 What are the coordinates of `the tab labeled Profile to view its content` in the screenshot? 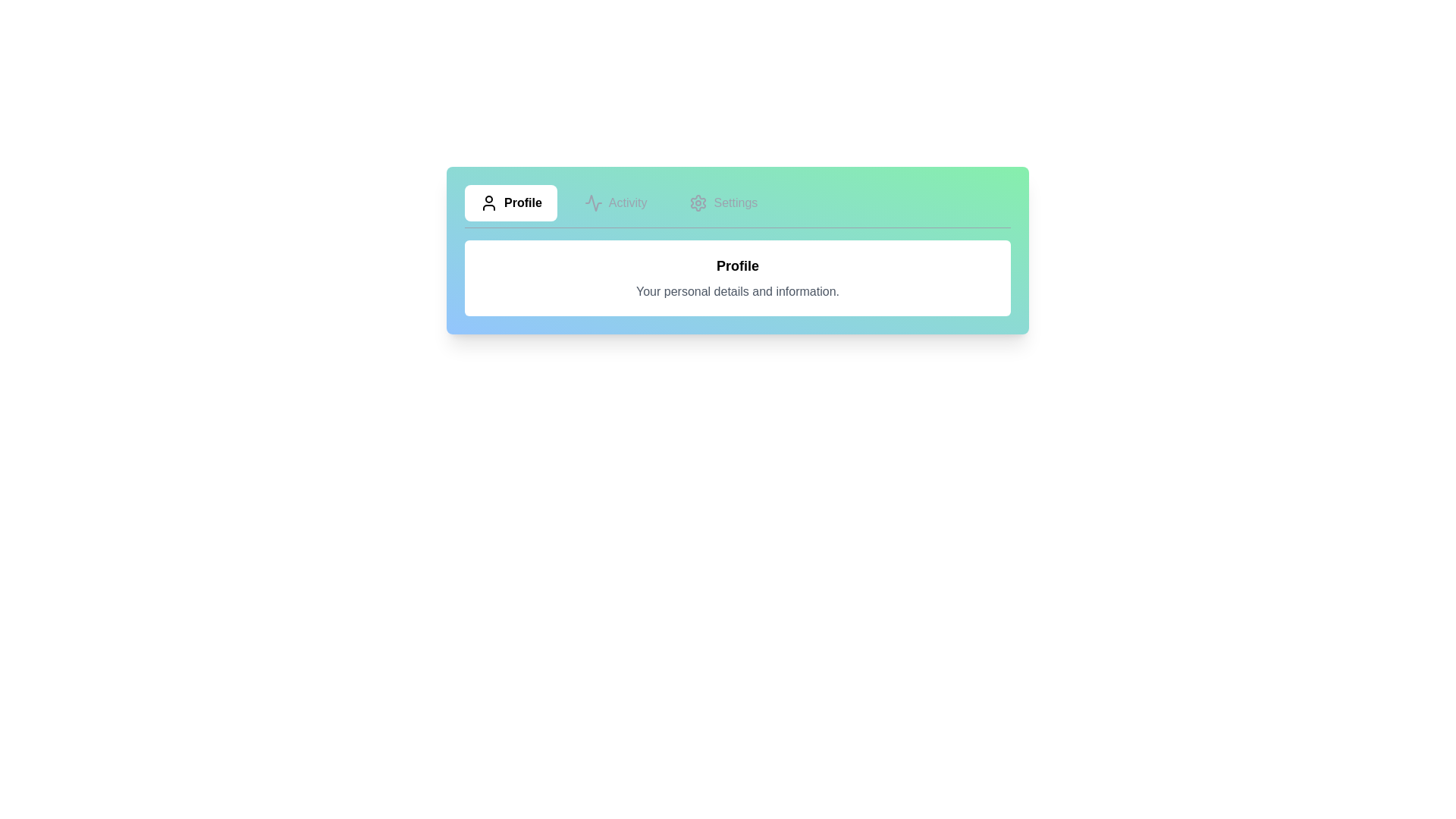 It's located at (510, 202).